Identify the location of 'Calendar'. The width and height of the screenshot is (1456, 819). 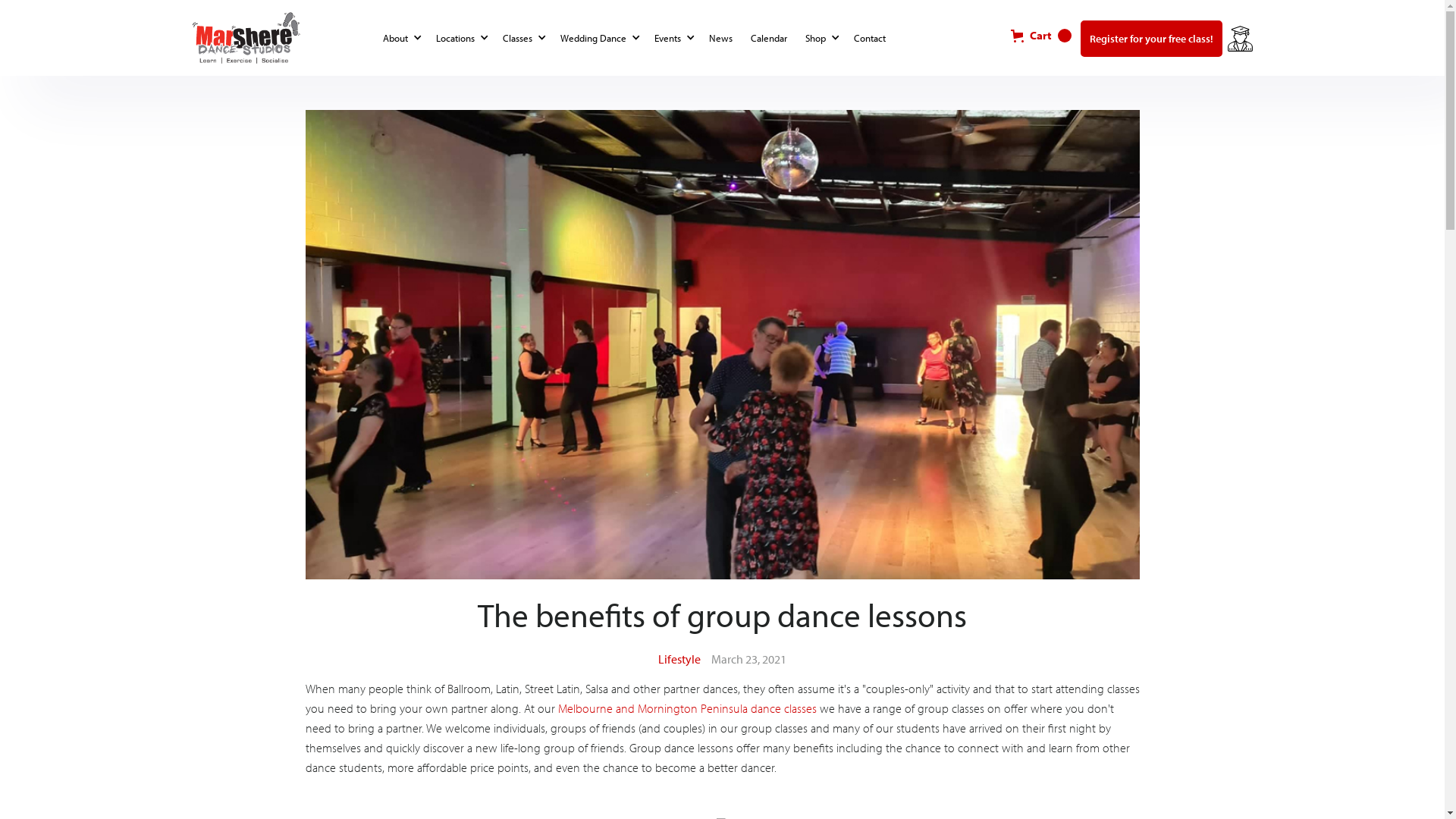
(771, 37).